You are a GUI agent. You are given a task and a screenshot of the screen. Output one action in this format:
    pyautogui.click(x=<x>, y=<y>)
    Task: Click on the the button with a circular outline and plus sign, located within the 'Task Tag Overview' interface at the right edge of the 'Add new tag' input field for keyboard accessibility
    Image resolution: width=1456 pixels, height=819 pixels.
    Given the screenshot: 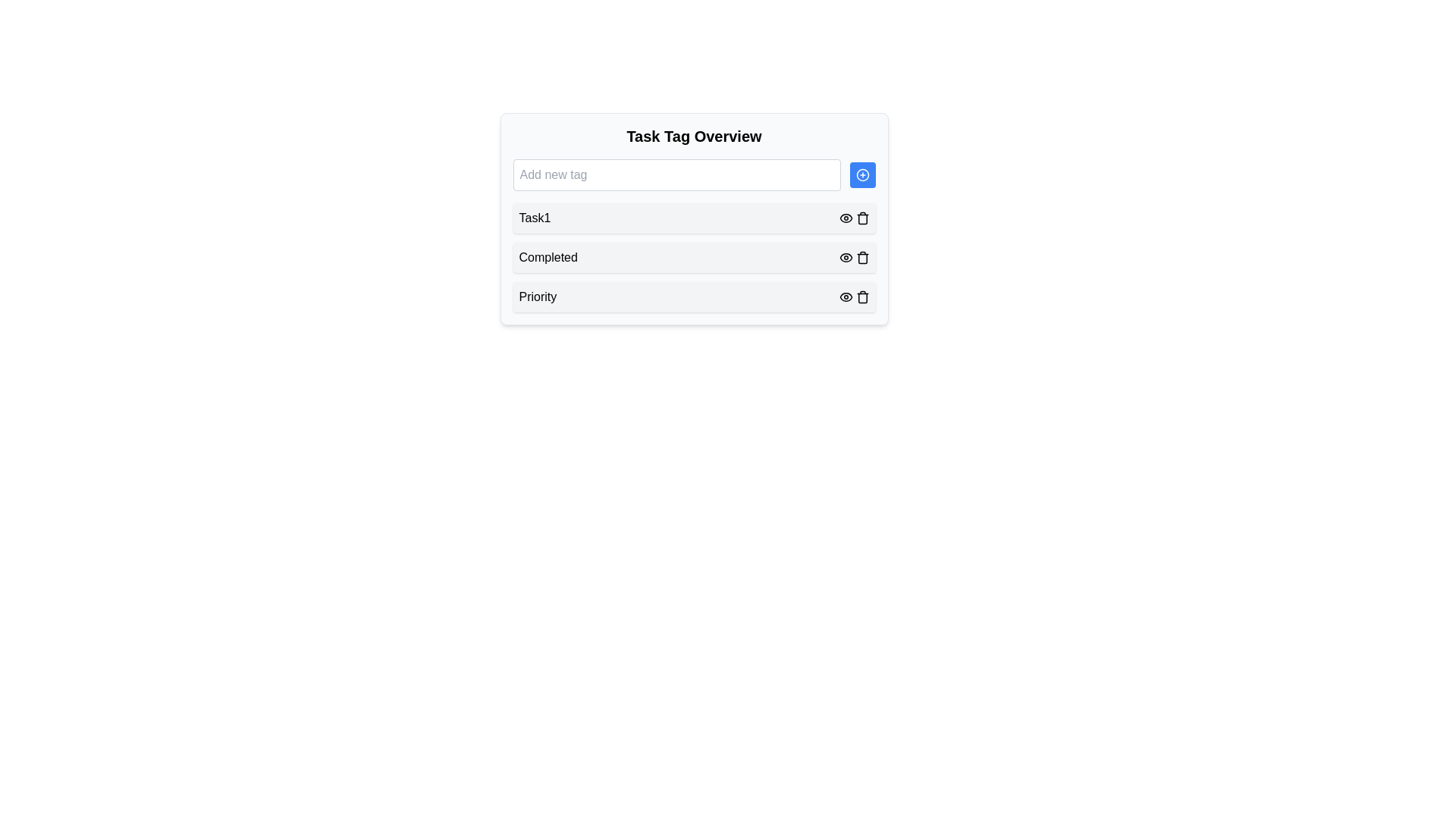 What is the action you would take?
    pyautogui.click(x=862, y=174)
    